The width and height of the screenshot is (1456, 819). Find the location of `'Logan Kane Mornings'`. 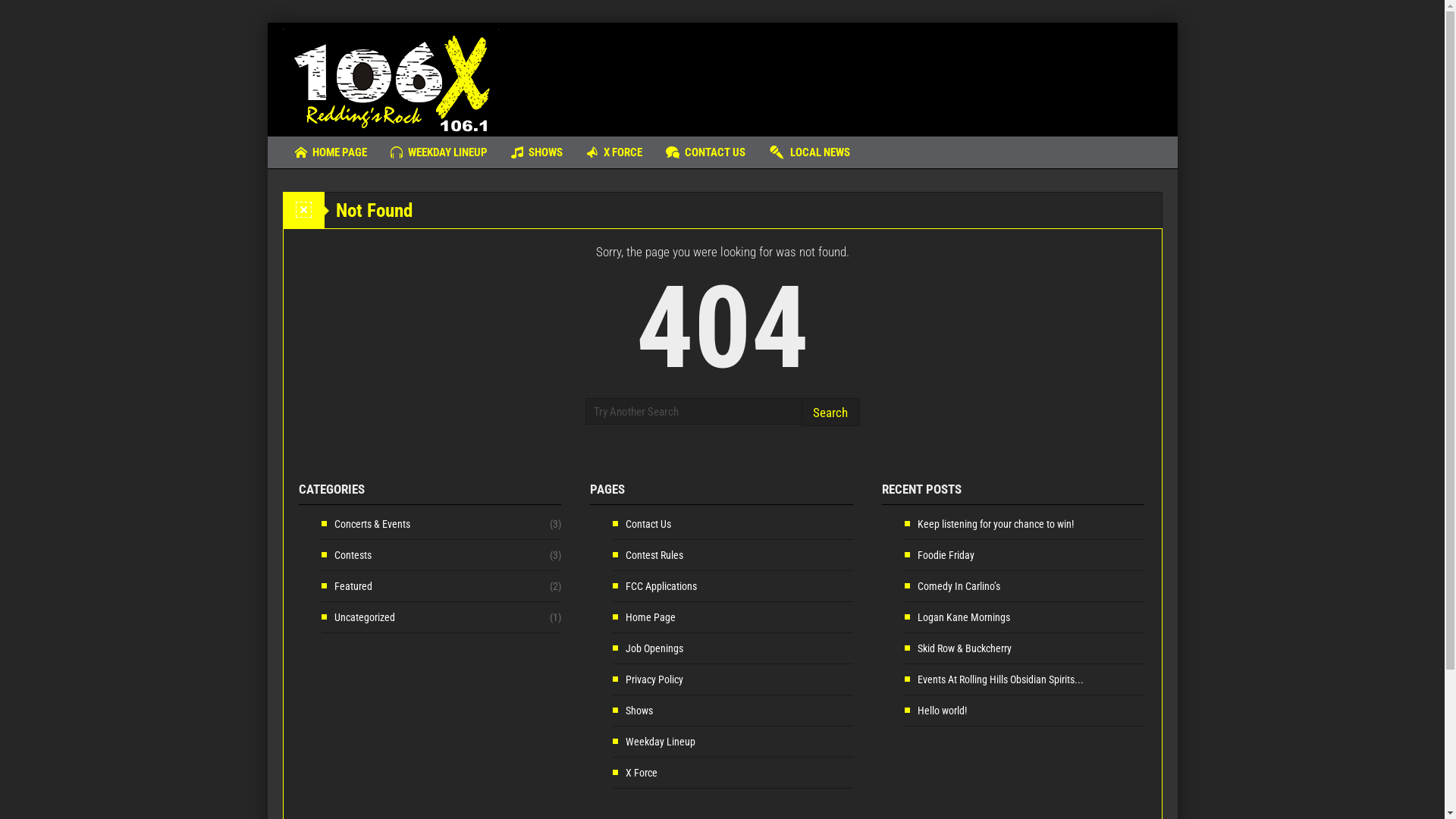

'Logan Kane Mornings' is located at coordinates (956, 617).